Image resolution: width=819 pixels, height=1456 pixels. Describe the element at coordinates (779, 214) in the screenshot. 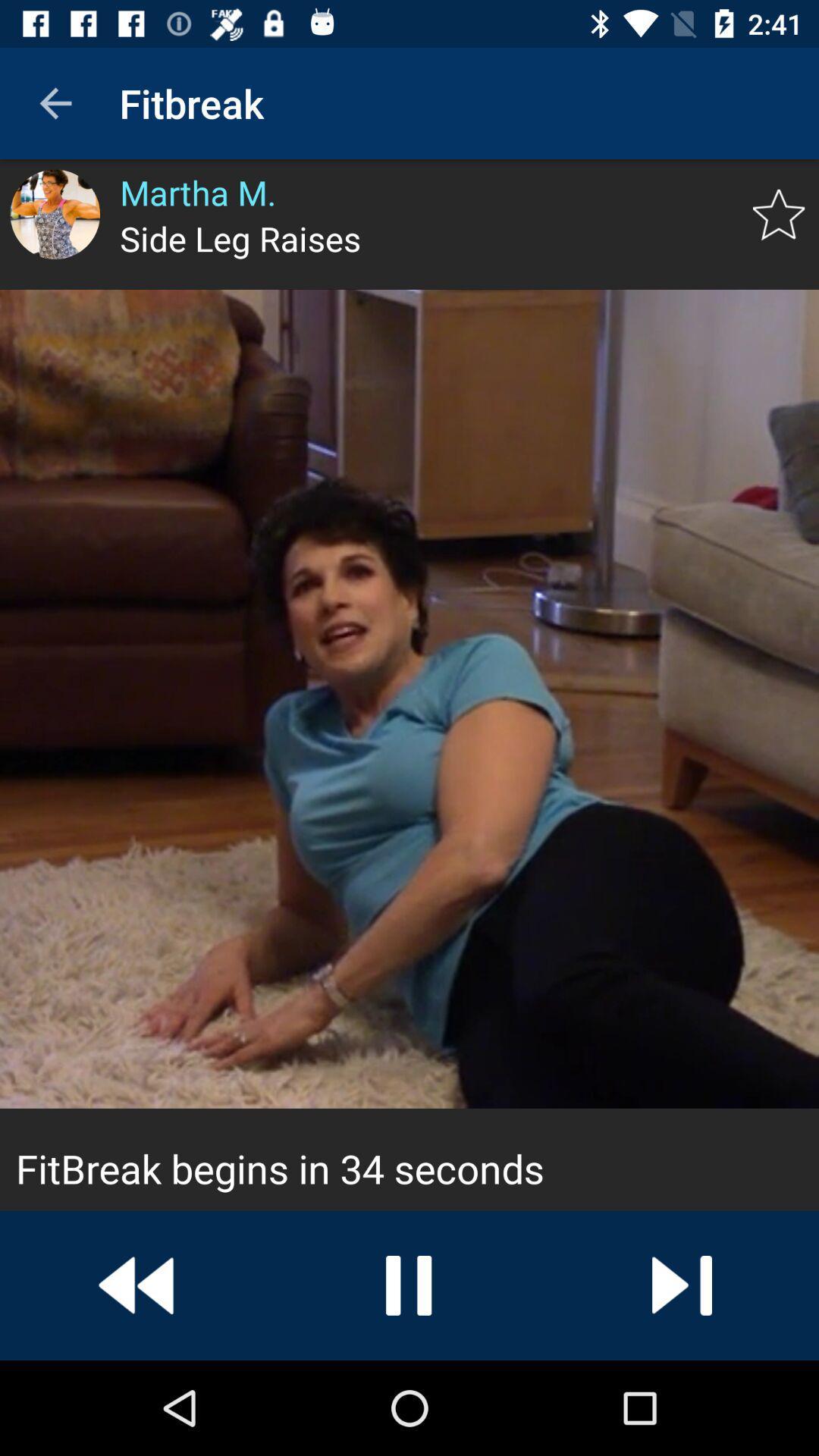

I see `item next to side leg raises` at that location.